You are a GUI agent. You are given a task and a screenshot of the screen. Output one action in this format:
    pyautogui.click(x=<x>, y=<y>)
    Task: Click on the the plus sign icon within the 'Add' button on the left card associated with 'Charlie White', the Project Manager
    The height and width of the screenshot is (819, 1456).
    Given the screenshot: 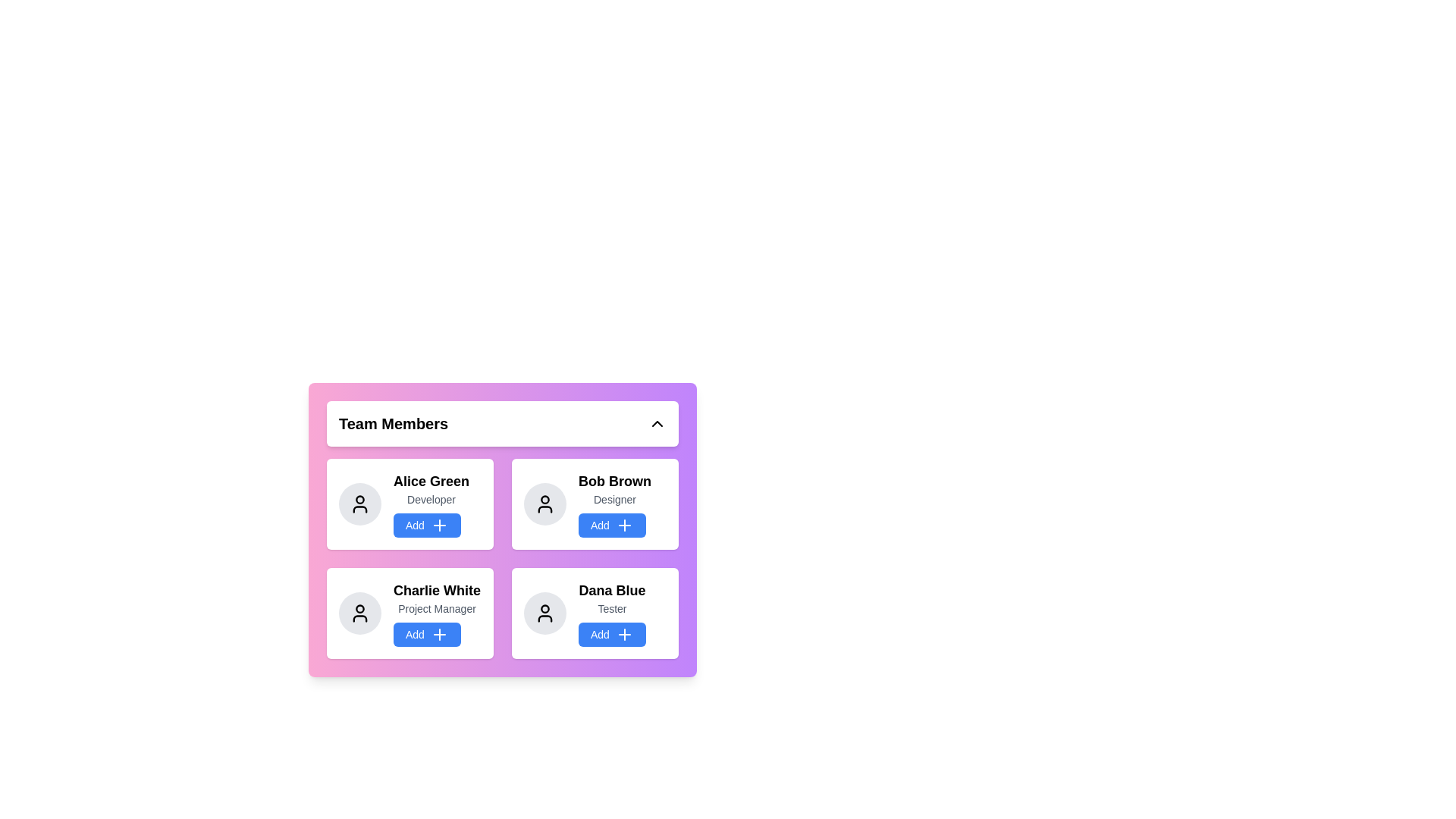 What is the action you would take?
    pyautogui.click(x=438, y=635)
    